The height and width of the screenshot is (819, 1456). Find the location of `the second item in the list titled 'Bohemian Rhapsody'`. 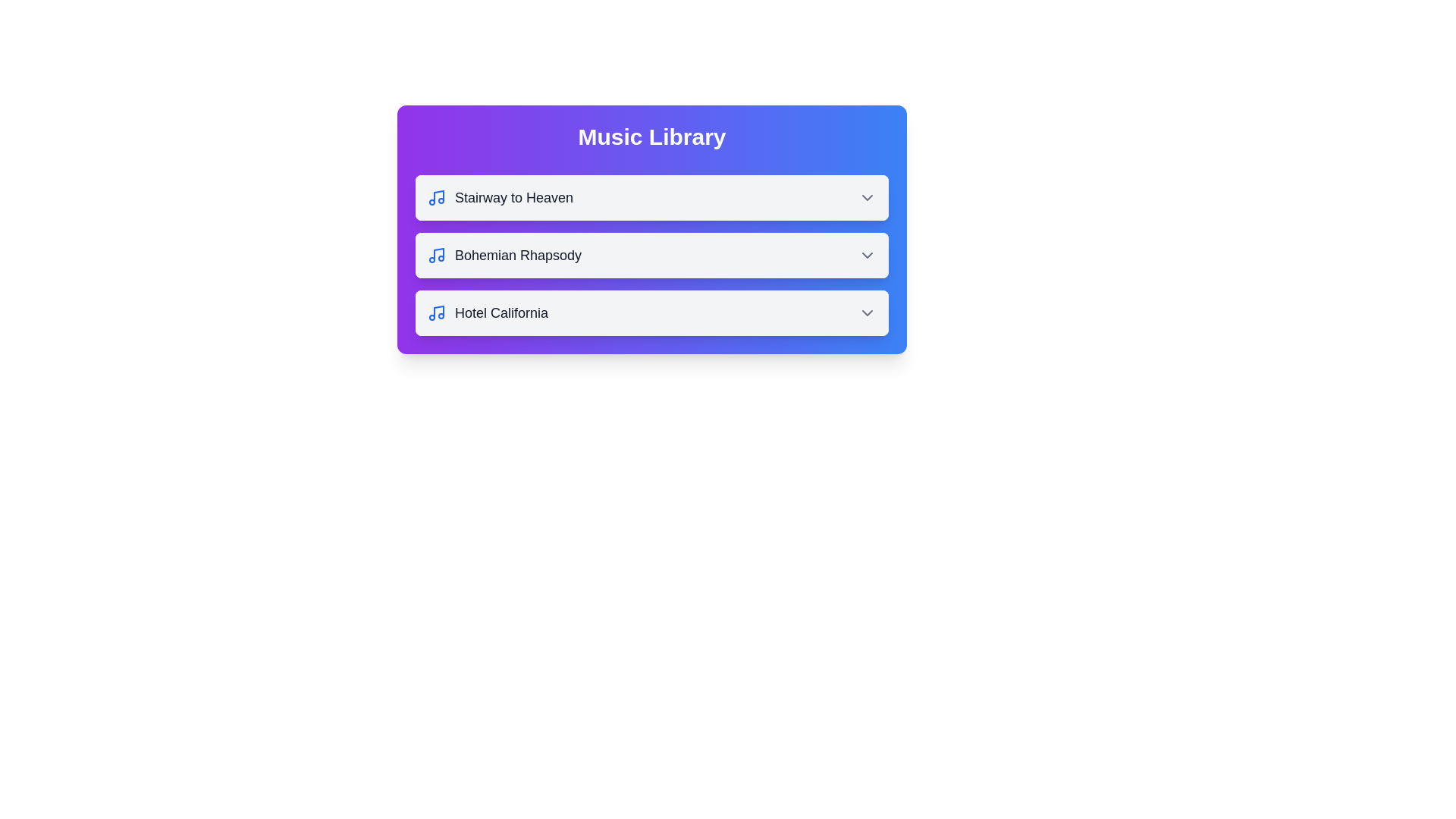

the second item in the list titled 'Bohemian Rhapsody' is located at coordinates (651, 254).